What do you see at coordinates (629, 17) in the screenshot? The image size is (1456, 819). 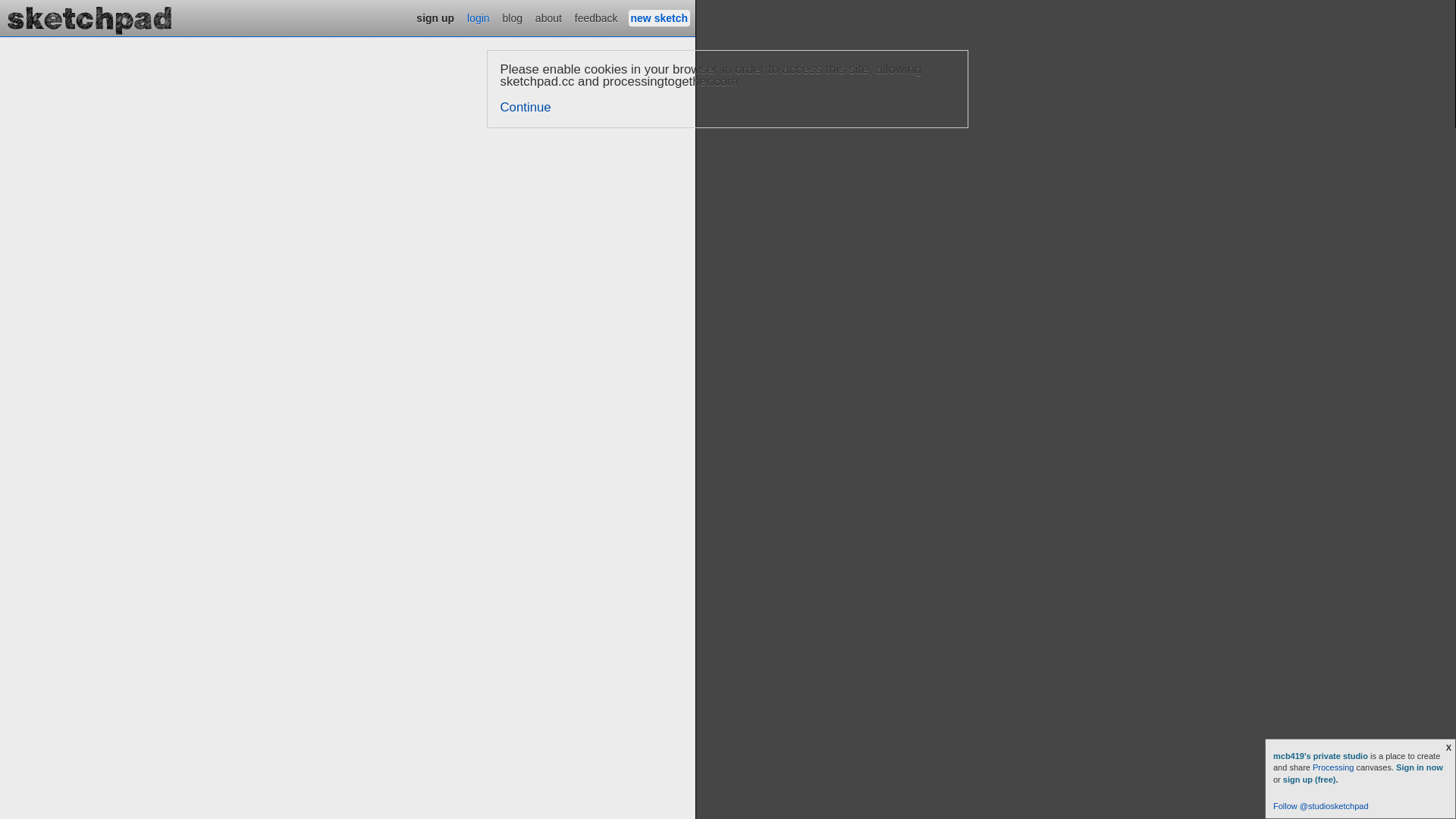 I see `'new sketch'` at bounding box center [629, 17].